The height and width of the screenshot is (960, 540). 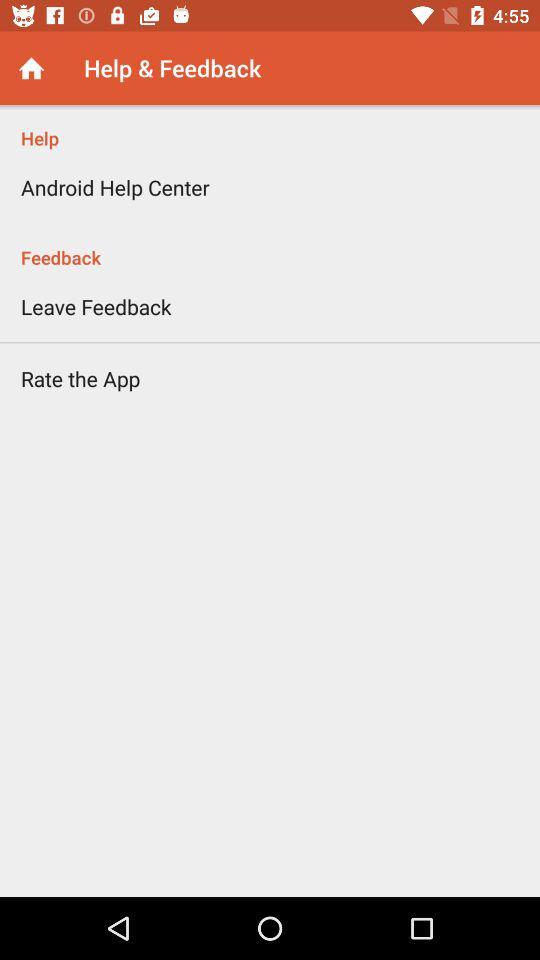 What do you see at coordinates (30, 68) in the screenshot?
I see `go home` at bounding box center [30, 68].